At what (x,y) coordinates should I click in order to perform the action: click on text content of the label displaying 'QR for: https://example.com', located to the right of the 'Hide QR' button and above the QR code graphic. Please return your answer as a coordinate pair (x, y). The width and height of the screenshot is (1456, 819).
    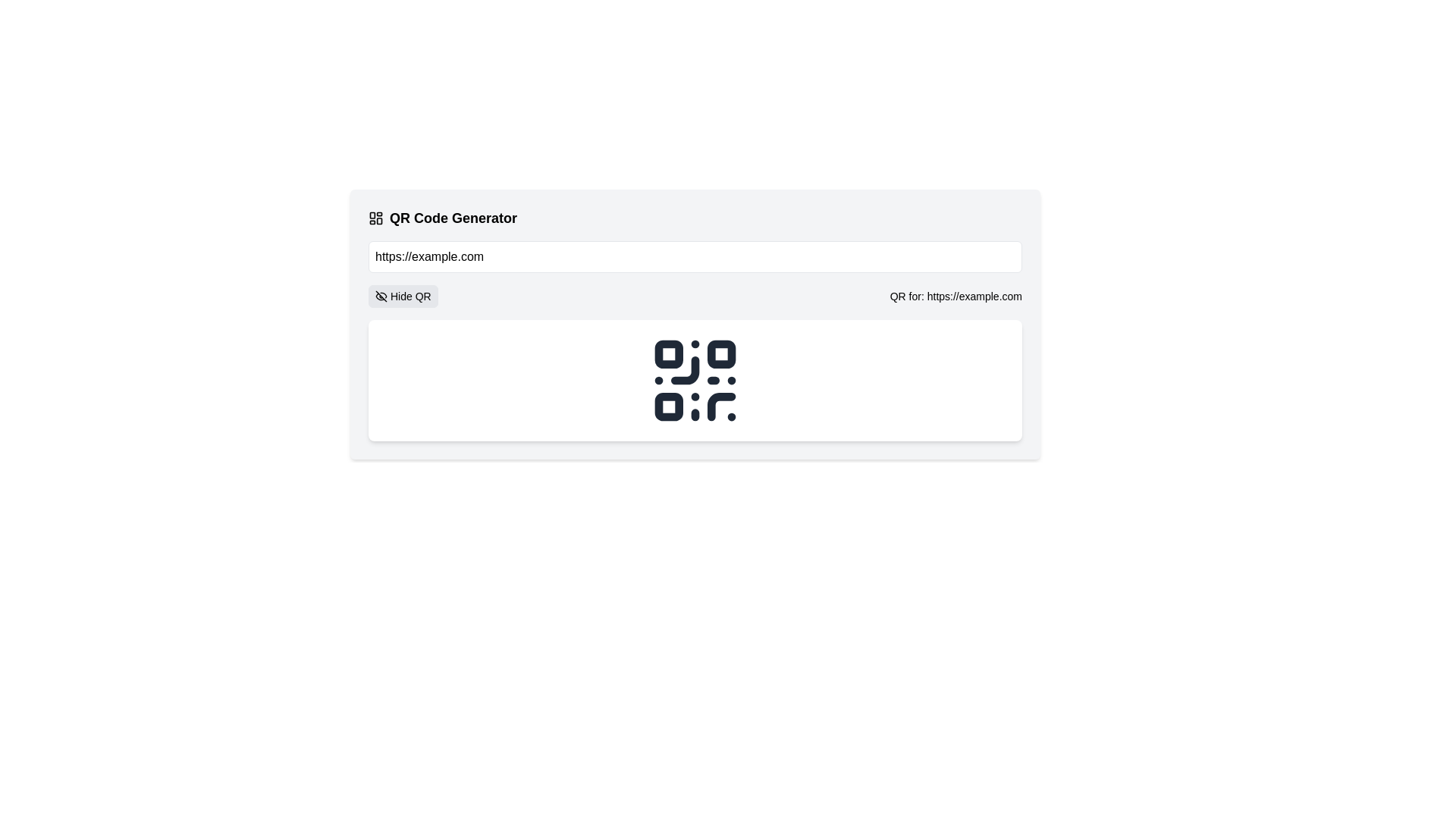
    Looking at the image, I should click on (955, 296).